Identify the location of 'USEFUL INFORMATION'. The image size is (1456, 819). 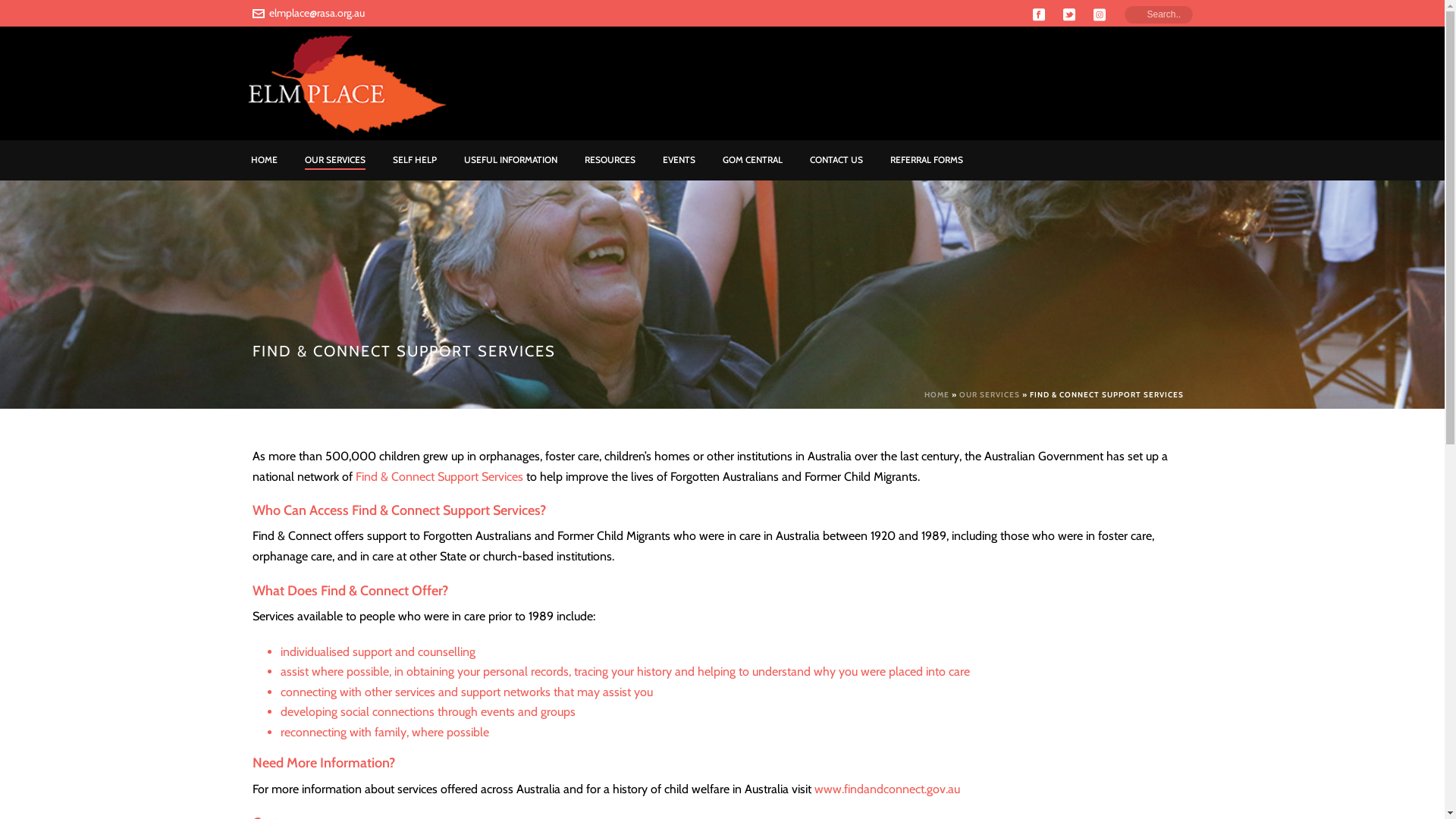
(510, 160).